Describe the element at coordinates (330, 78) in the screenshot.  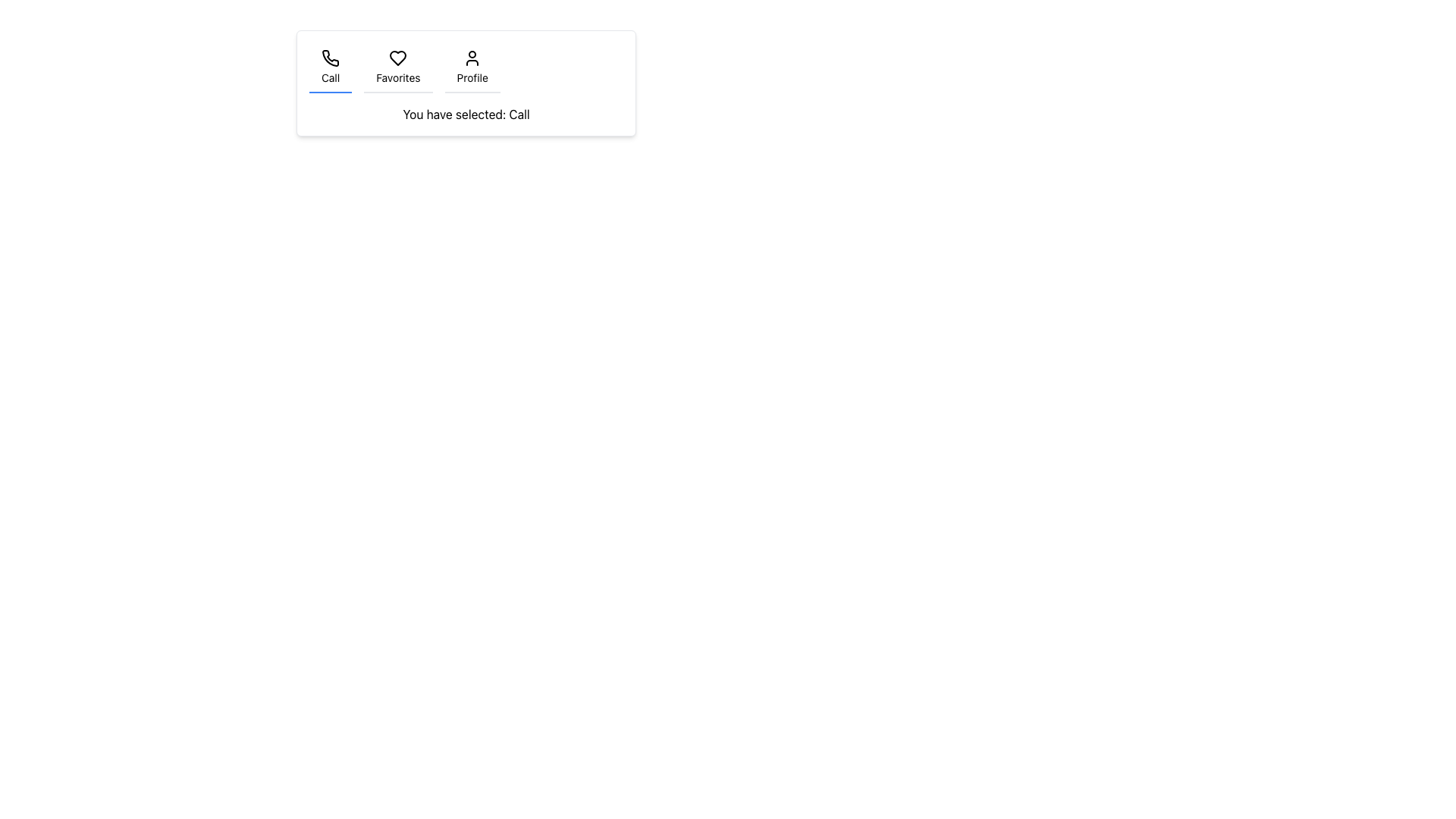
I see `'Call' text label located below the phone icon in the 'Call' tab of the navigation bar to understand its purpose` at that location.